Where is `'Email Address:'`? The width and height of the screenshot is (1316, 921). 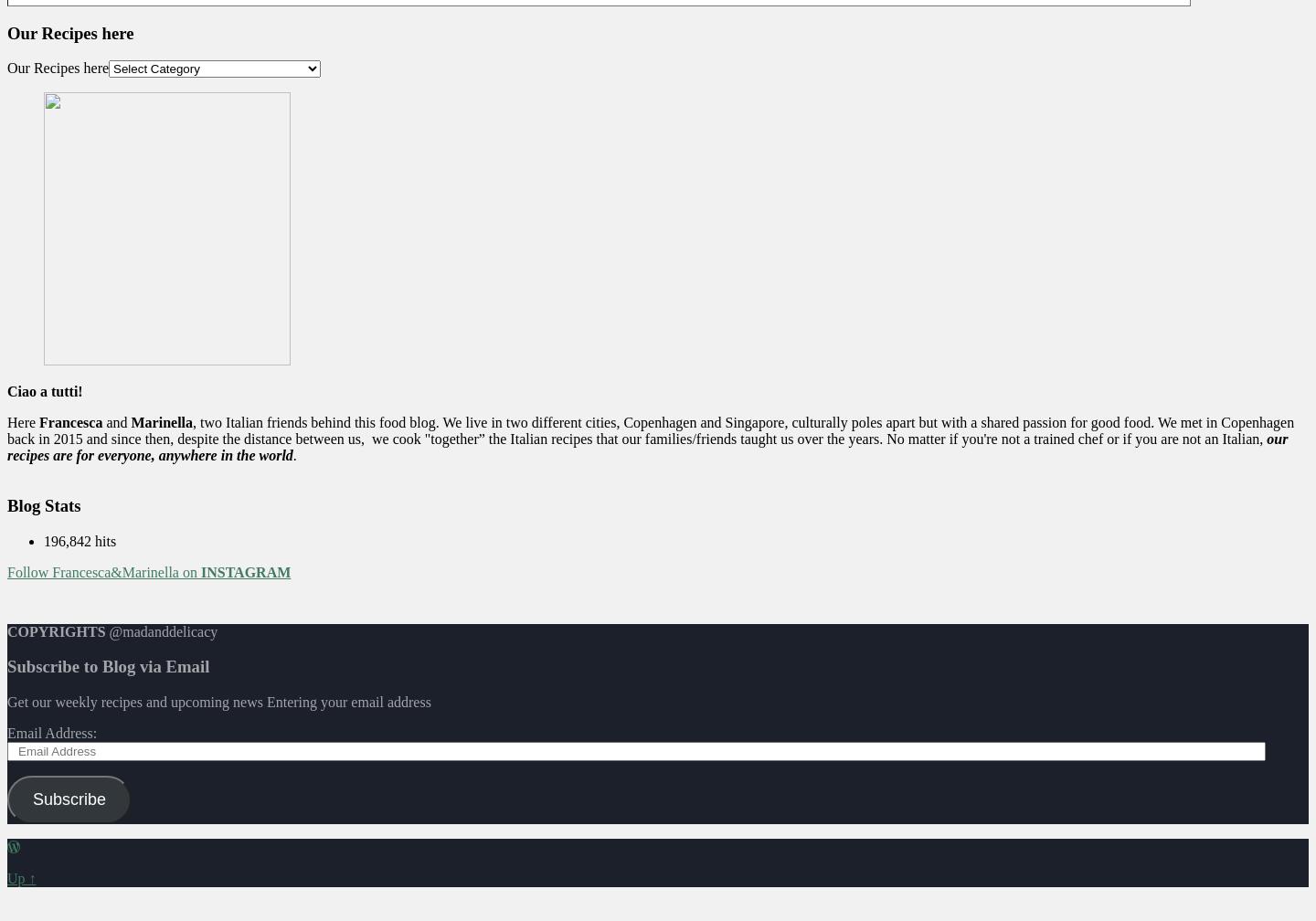 'Email Address:' is located at coordinates (6, 733).